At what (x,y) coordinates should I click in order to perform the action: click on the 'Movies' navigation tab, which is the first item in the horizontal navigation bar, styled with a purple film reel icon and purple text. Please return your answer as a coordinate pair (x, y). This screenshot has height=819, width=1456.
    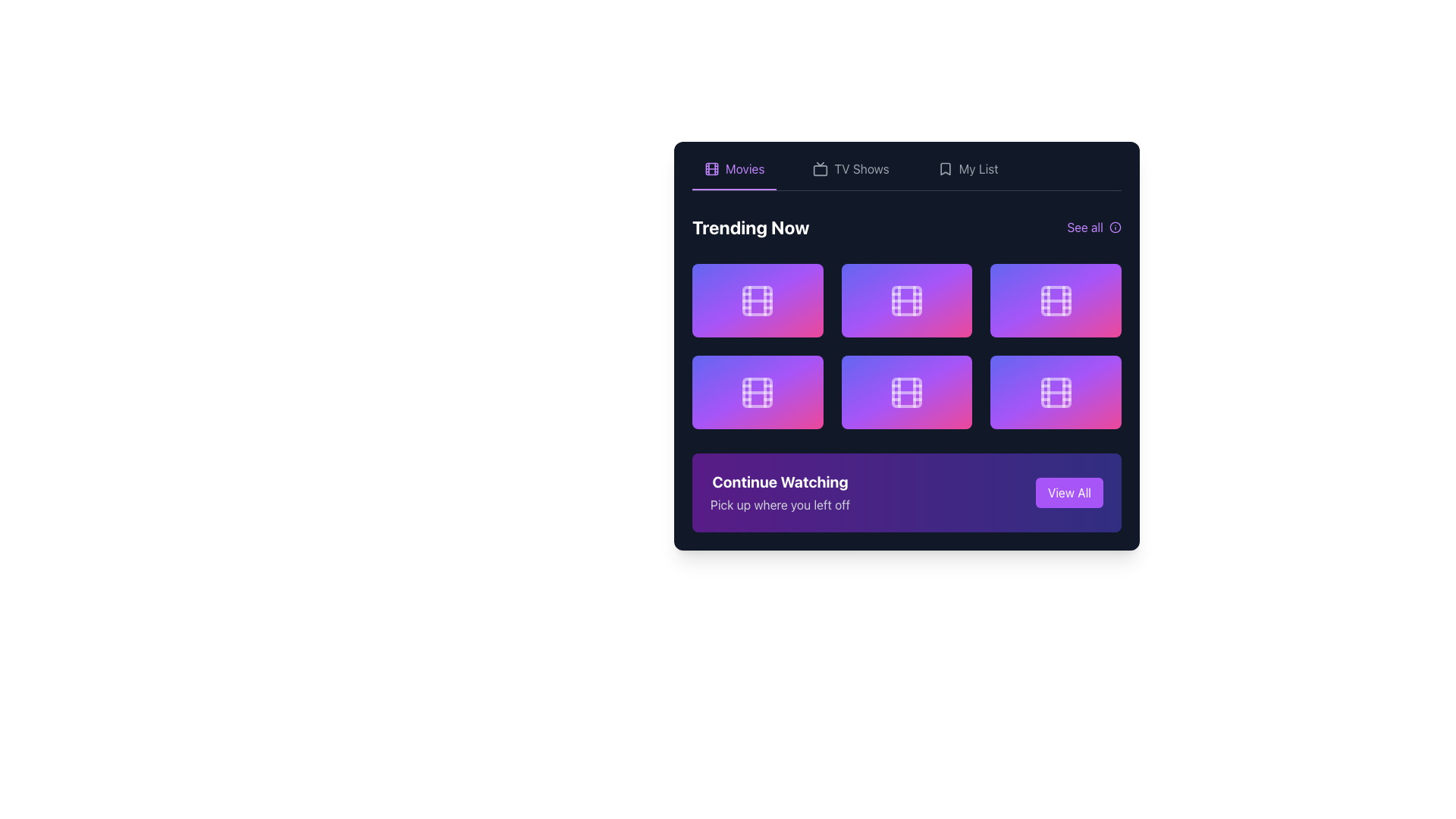
    Looking at the image, I should click on (734, 174).